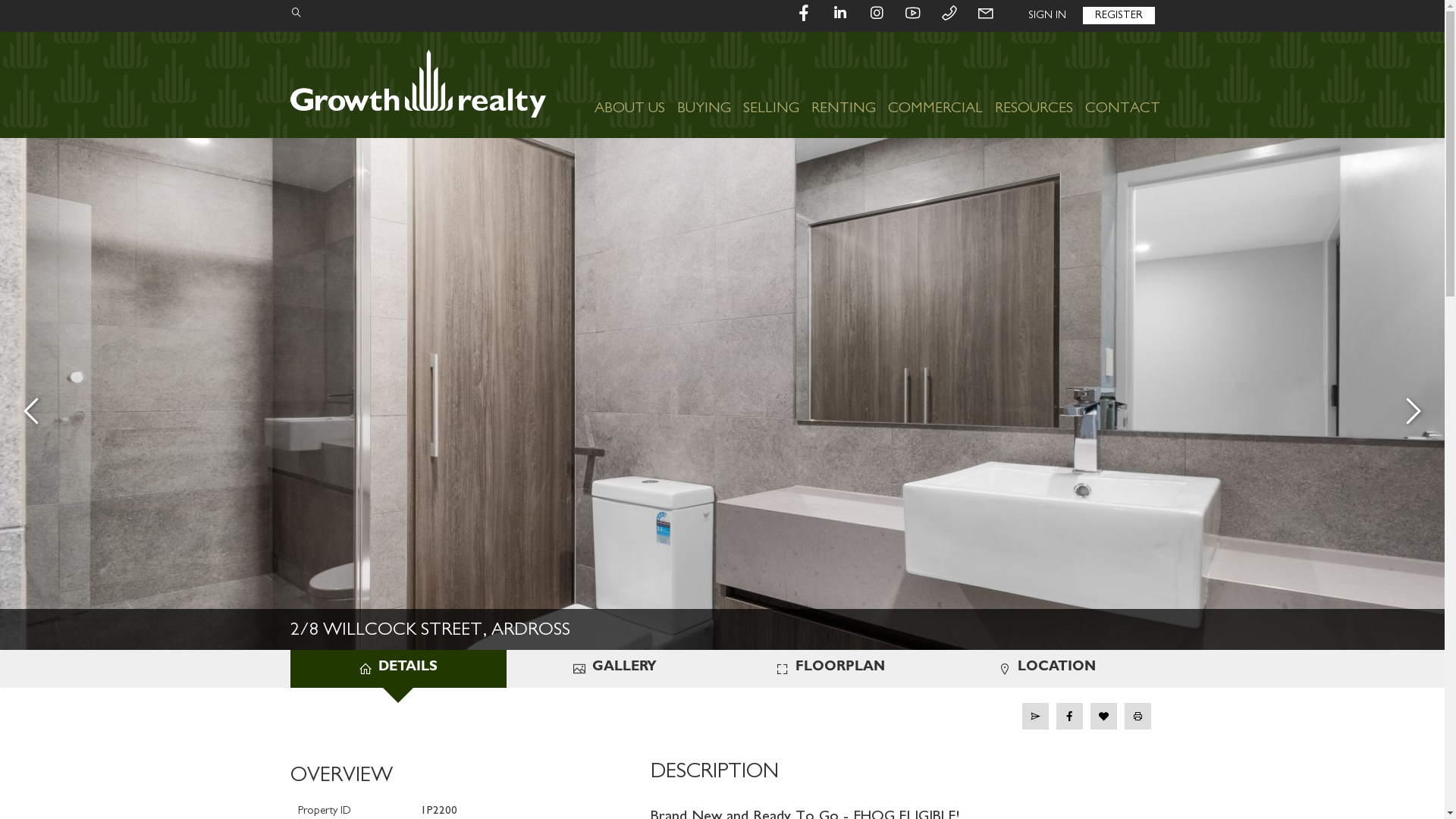 This screenshot has width=1456, height=819. What do you see at coordinates (629, 84) in the screenshot?
I see `'ABOUT US'` at bounding box center [629, 84].